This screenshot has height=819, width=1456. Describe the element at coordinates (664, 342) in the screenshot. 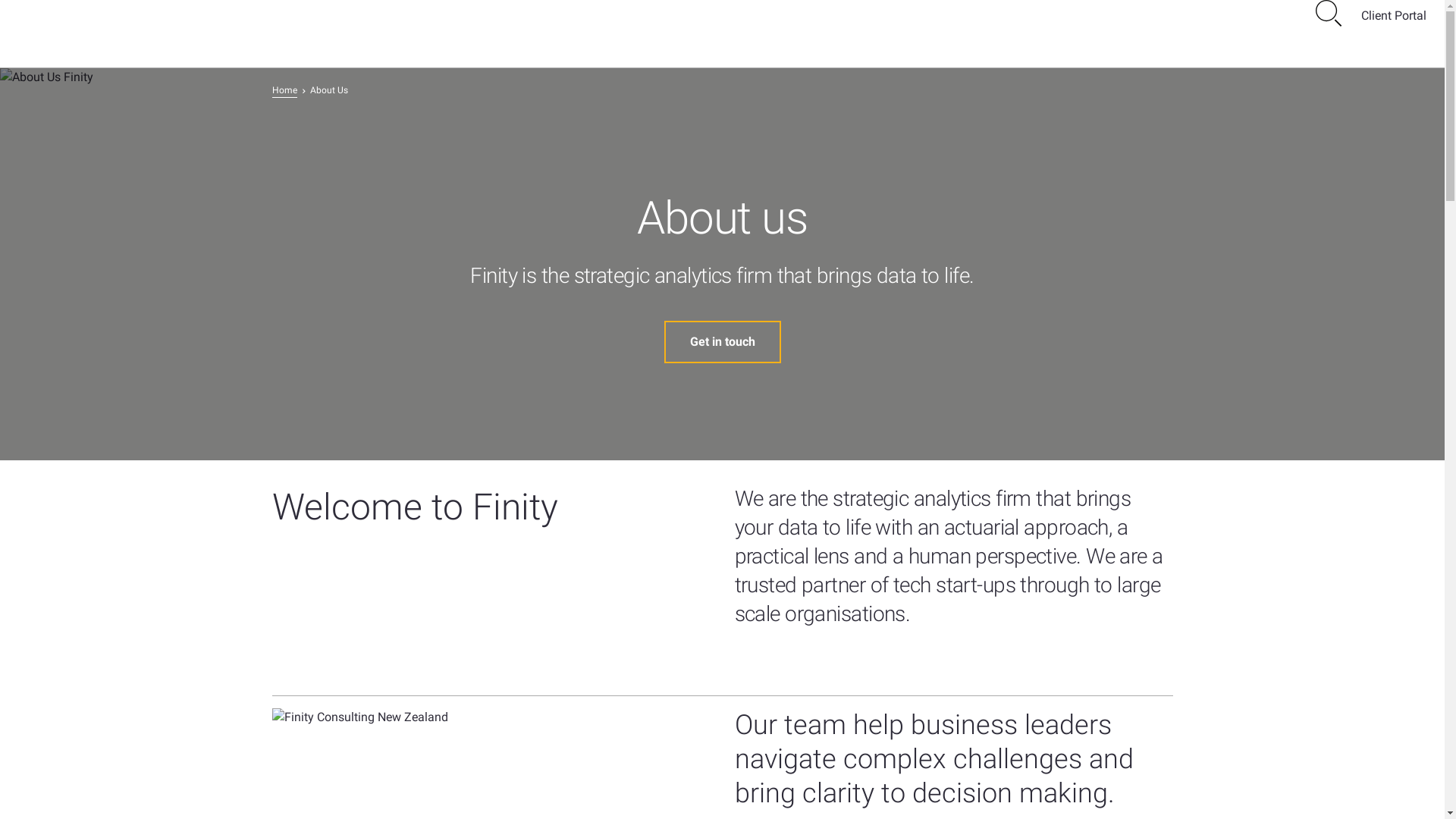

I see `'Get in touch'` at that location.